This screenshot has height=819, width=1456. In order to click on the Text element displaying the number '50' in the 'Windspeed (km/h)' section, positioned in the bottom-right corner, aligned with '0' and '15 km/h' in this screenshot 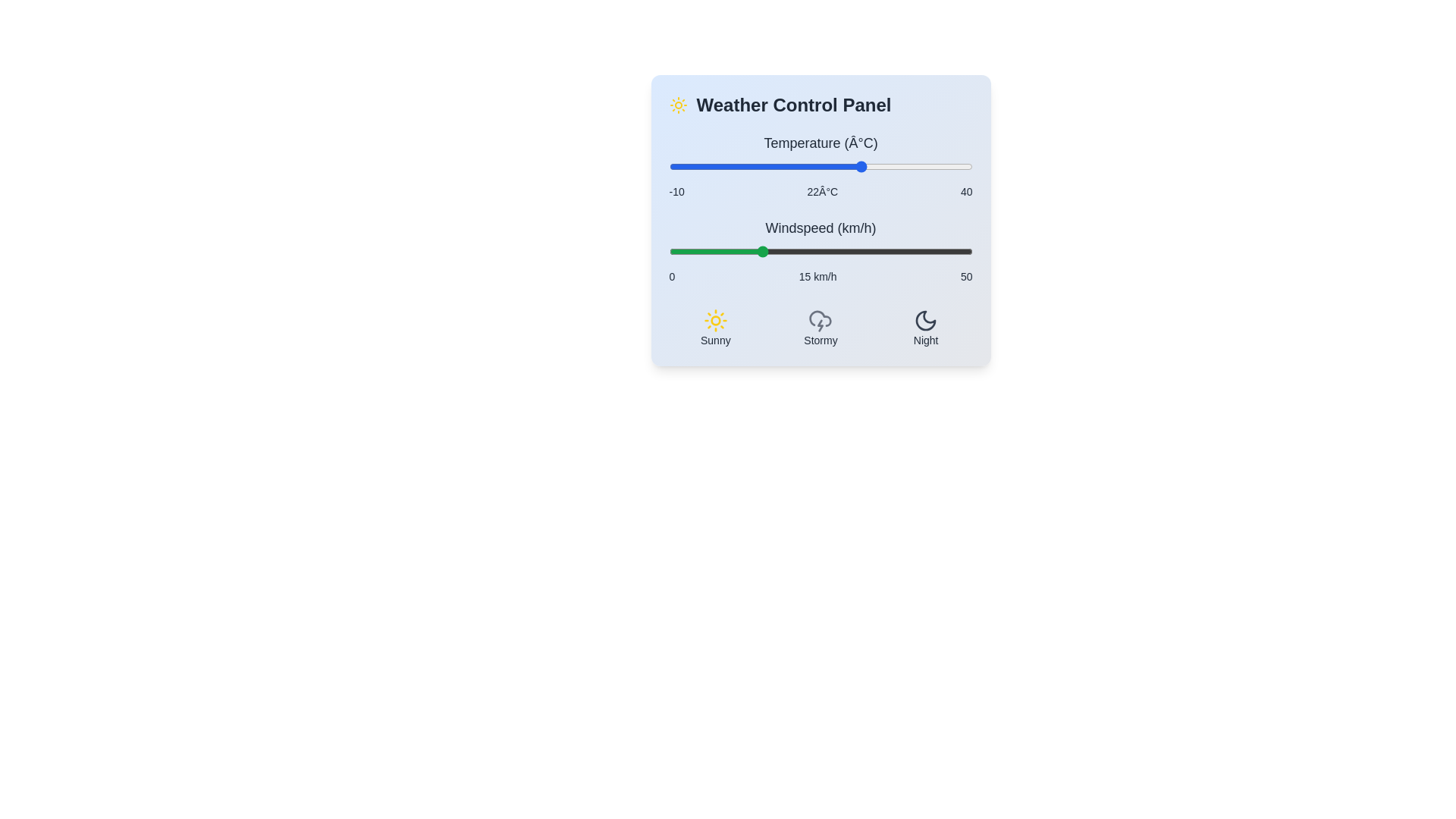, I will do `click(965, 277)`.